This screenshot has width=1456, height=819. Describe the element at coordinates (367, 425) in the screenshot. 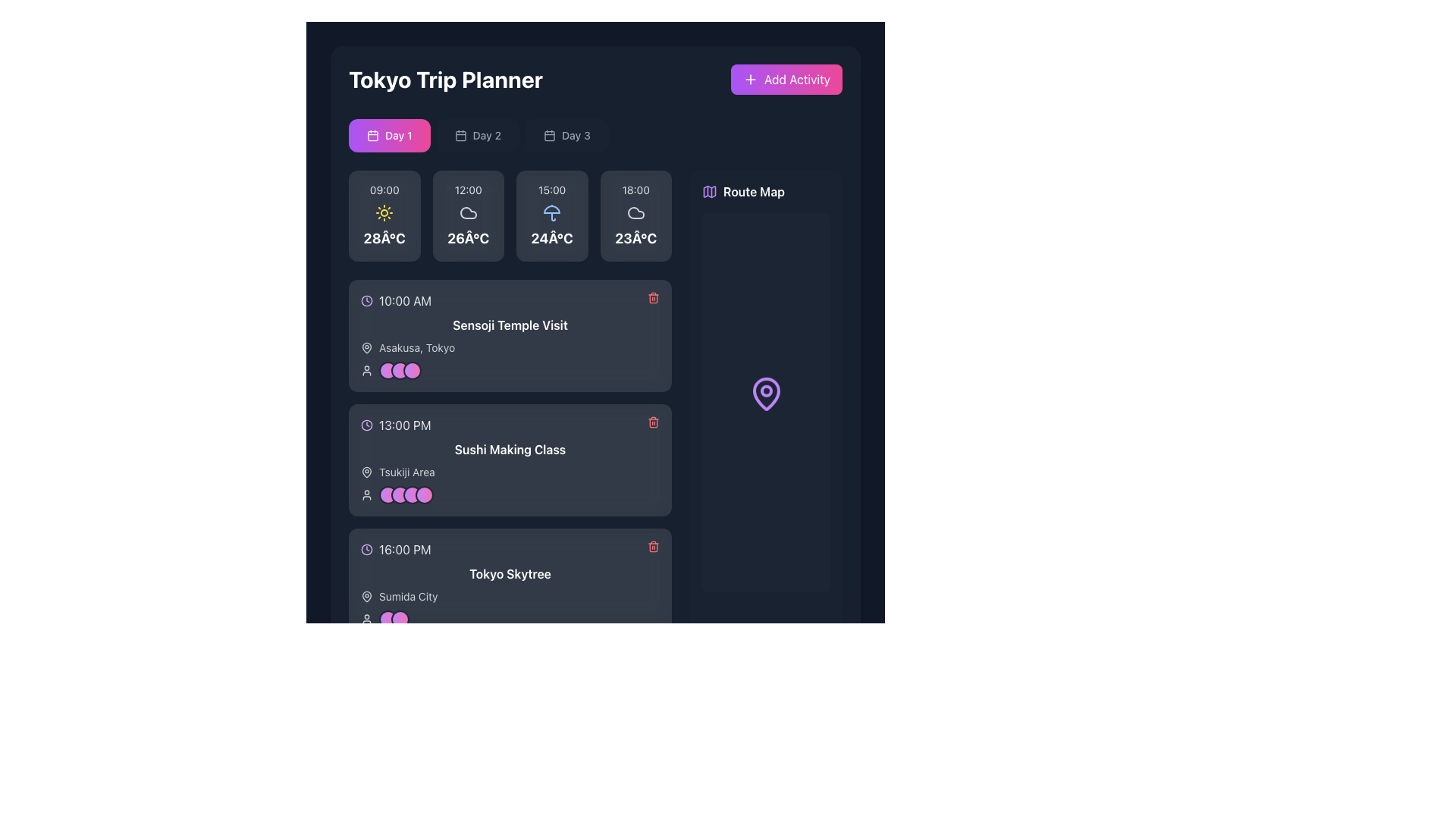

I see `the circular clock icon with a clock hand inside, rendered in light purple, located to the left of the time label '13:00 PM' within the schedule card` at that location.